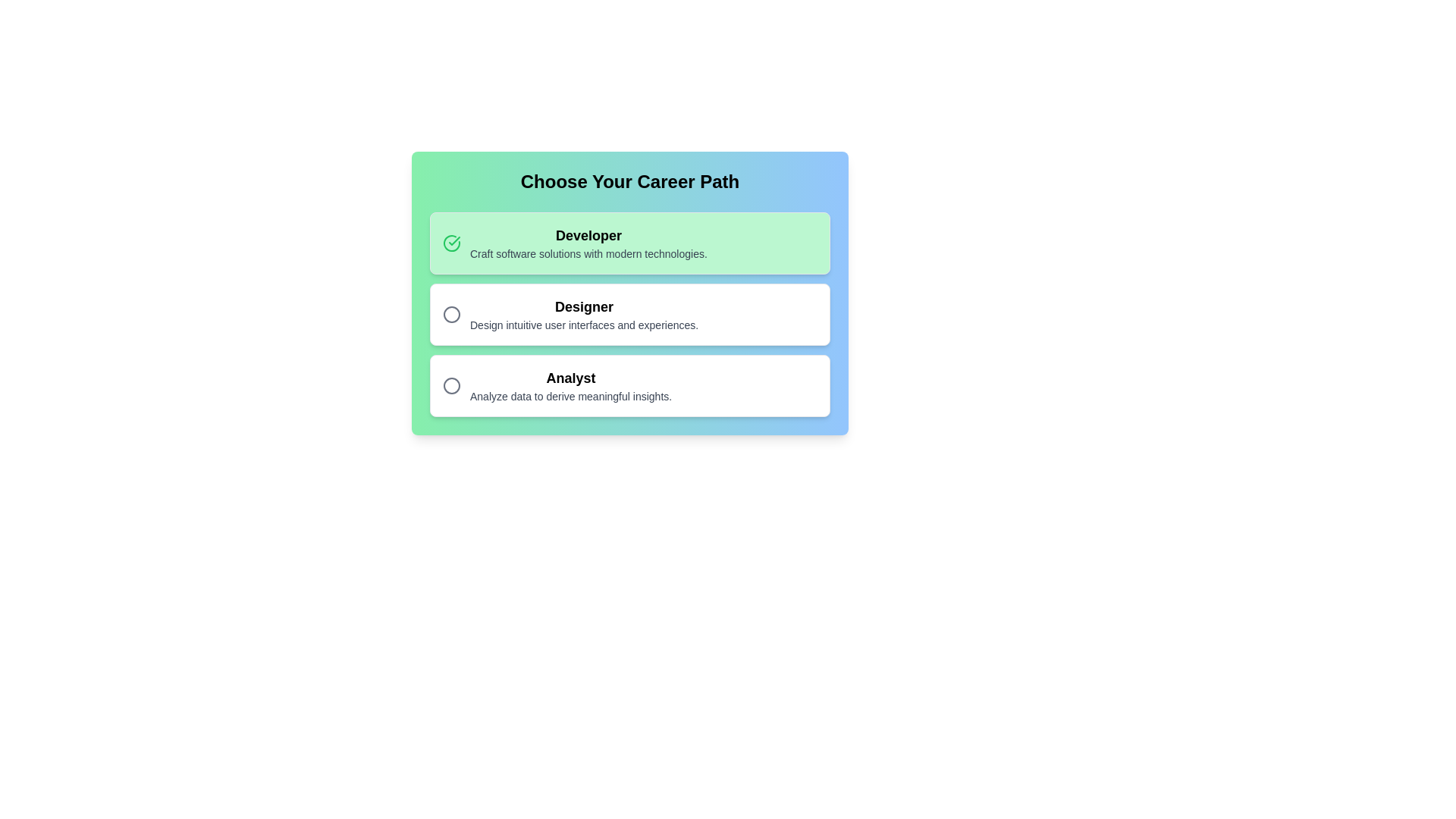 This screenshot has width=1456, height=819. I want to click on the first Option card in the career paths list, so click(629, 242).